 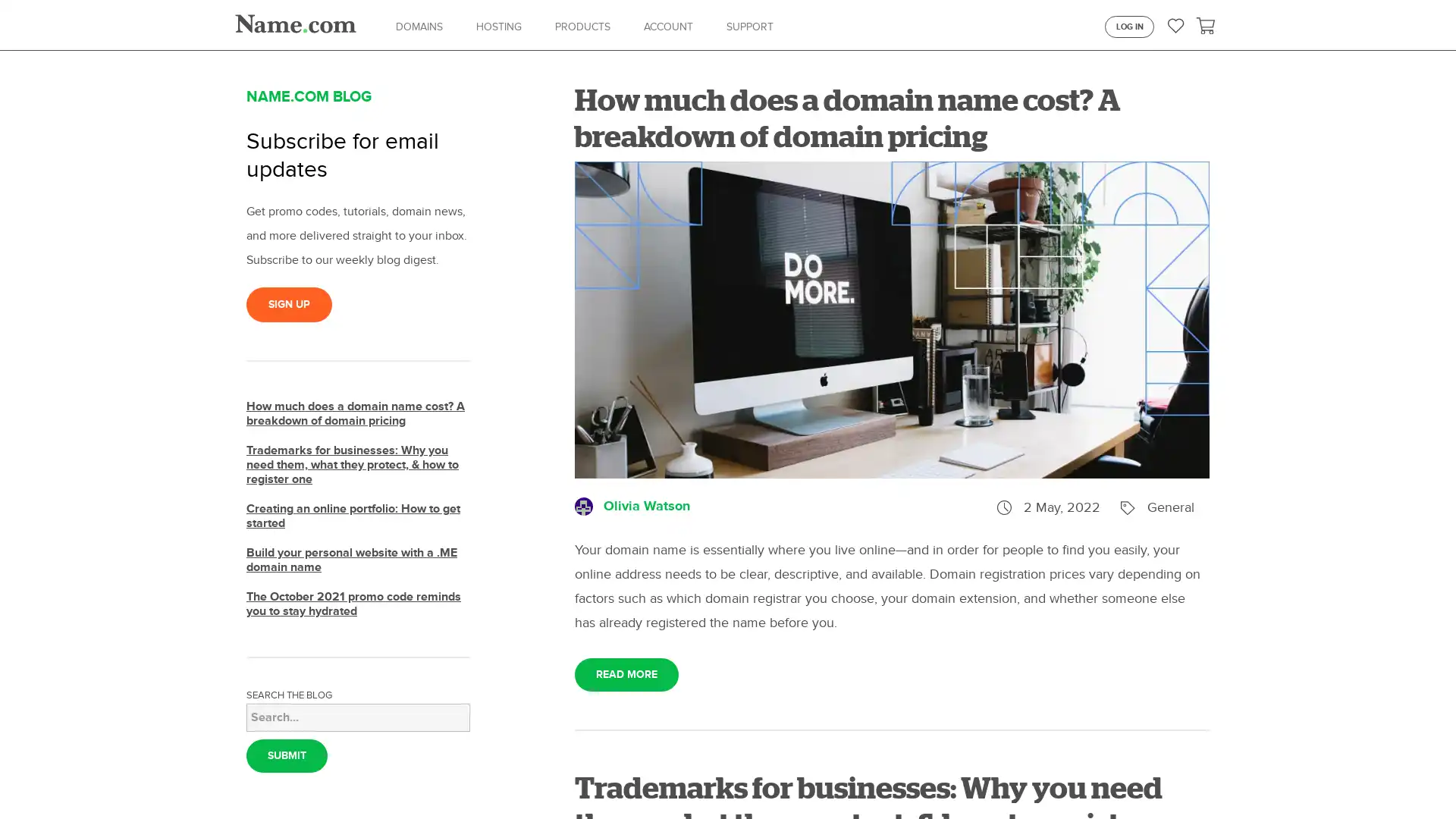 What do you see at coordinates (1059, 778) in the screenshot?
I see `Cookies Settings` at bounding box center [1059, 778].